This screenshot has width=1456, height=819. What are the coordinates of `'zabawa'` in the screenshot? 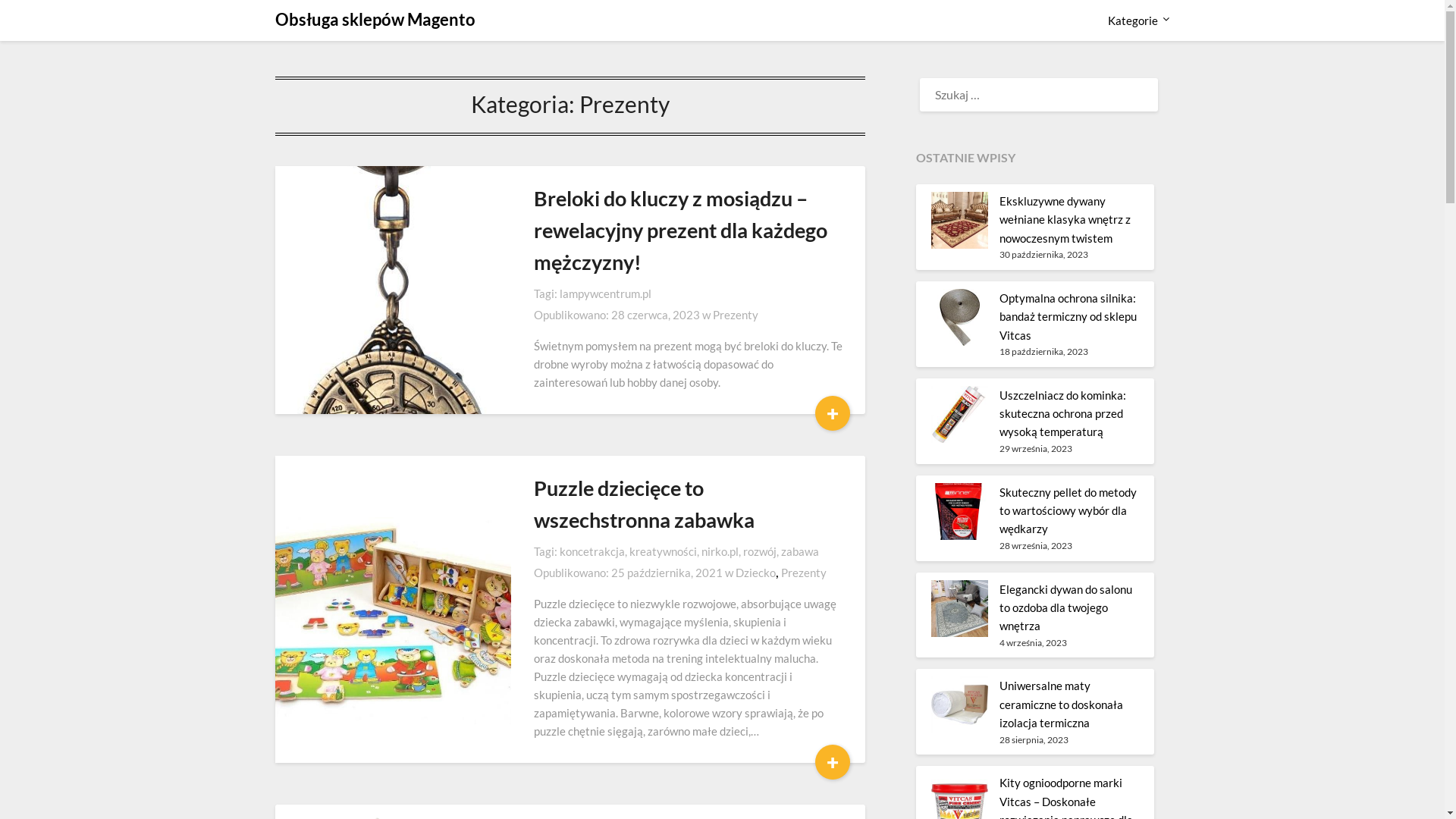 It's located at (799, 551).